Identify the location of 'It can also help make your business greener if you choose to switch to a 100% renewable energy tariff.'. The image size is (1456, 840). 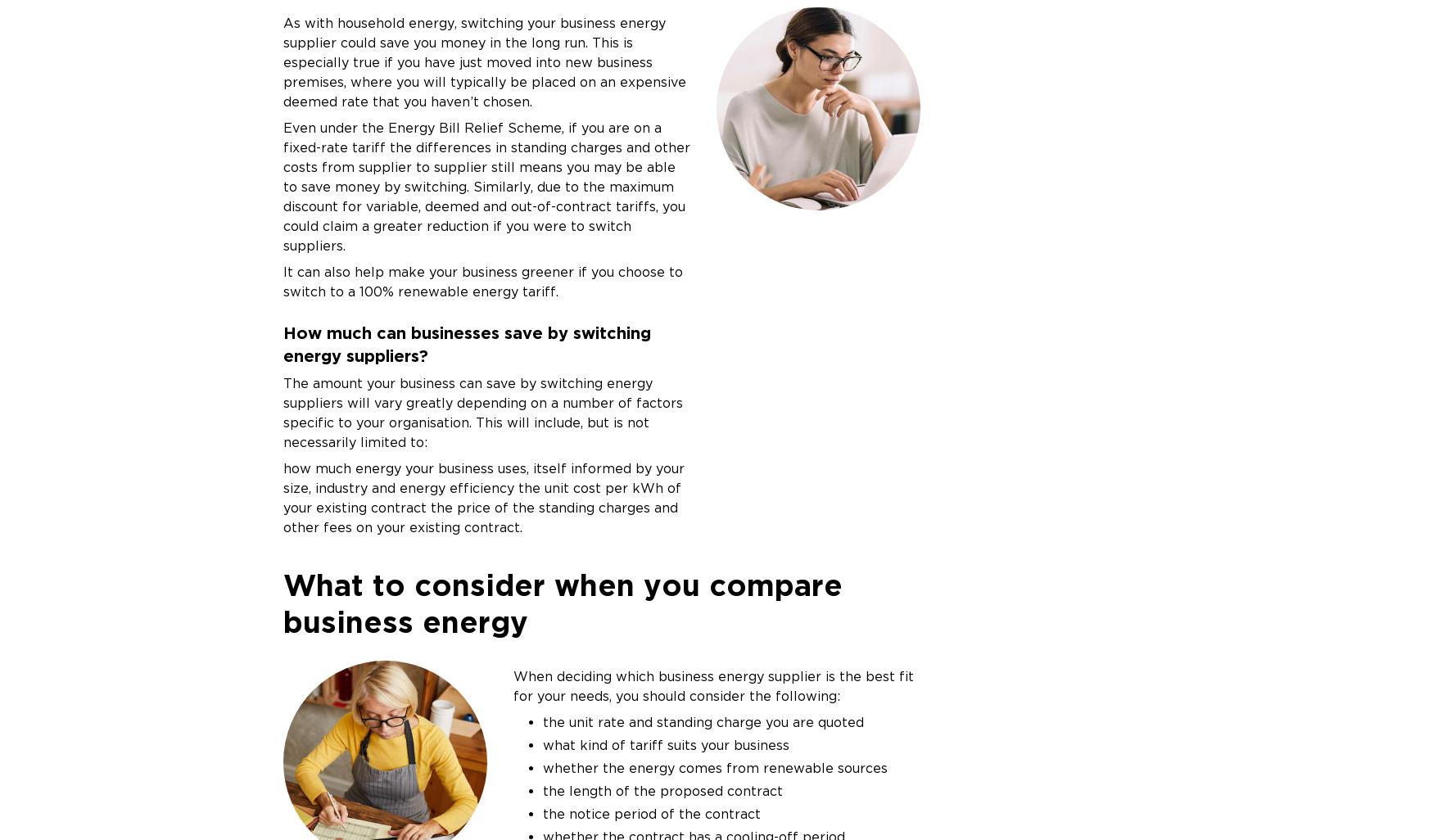
(482, 281).